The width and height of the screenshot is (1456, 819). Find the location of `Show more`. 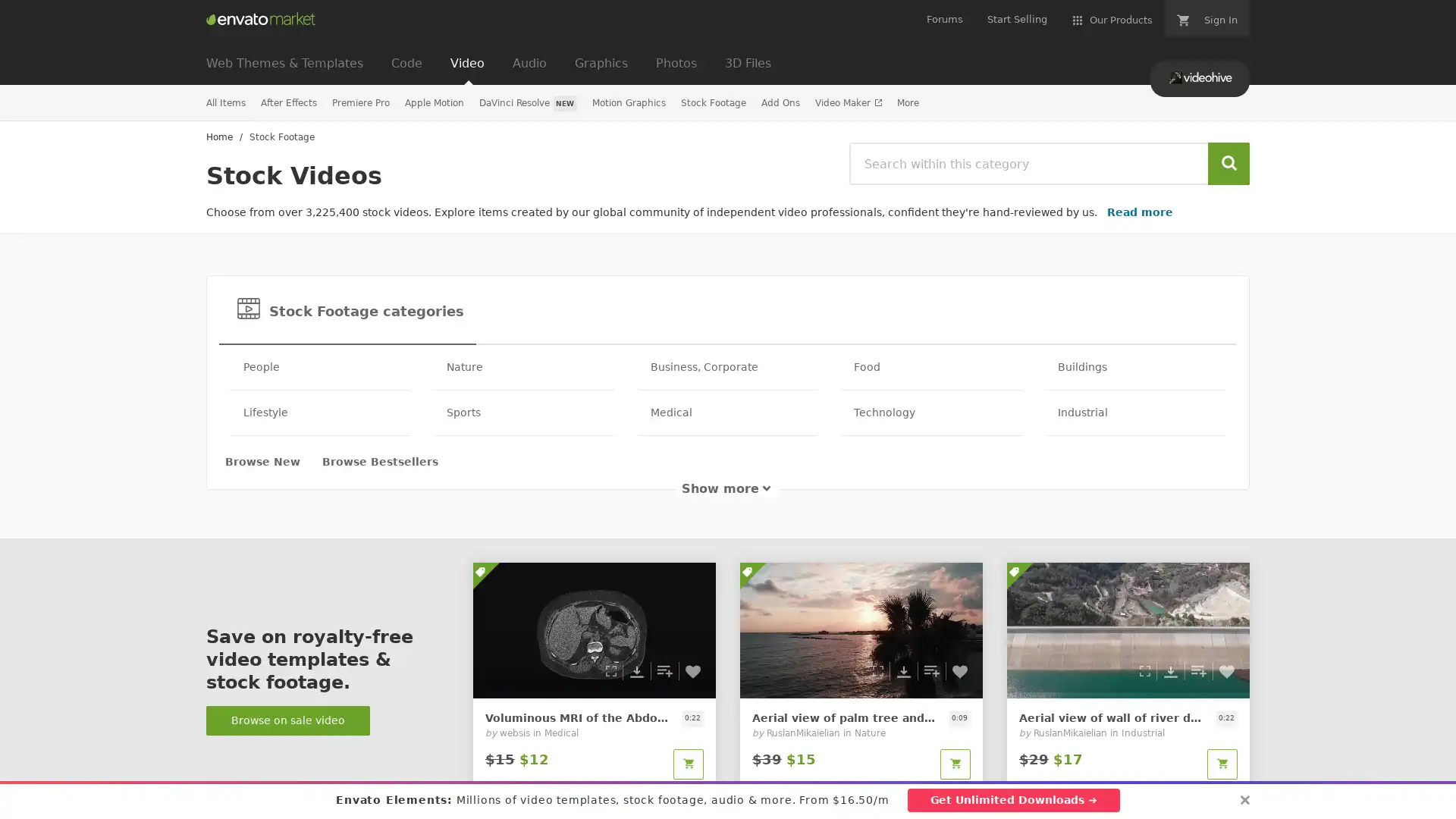

Show more is located at coordinates (728, 488).